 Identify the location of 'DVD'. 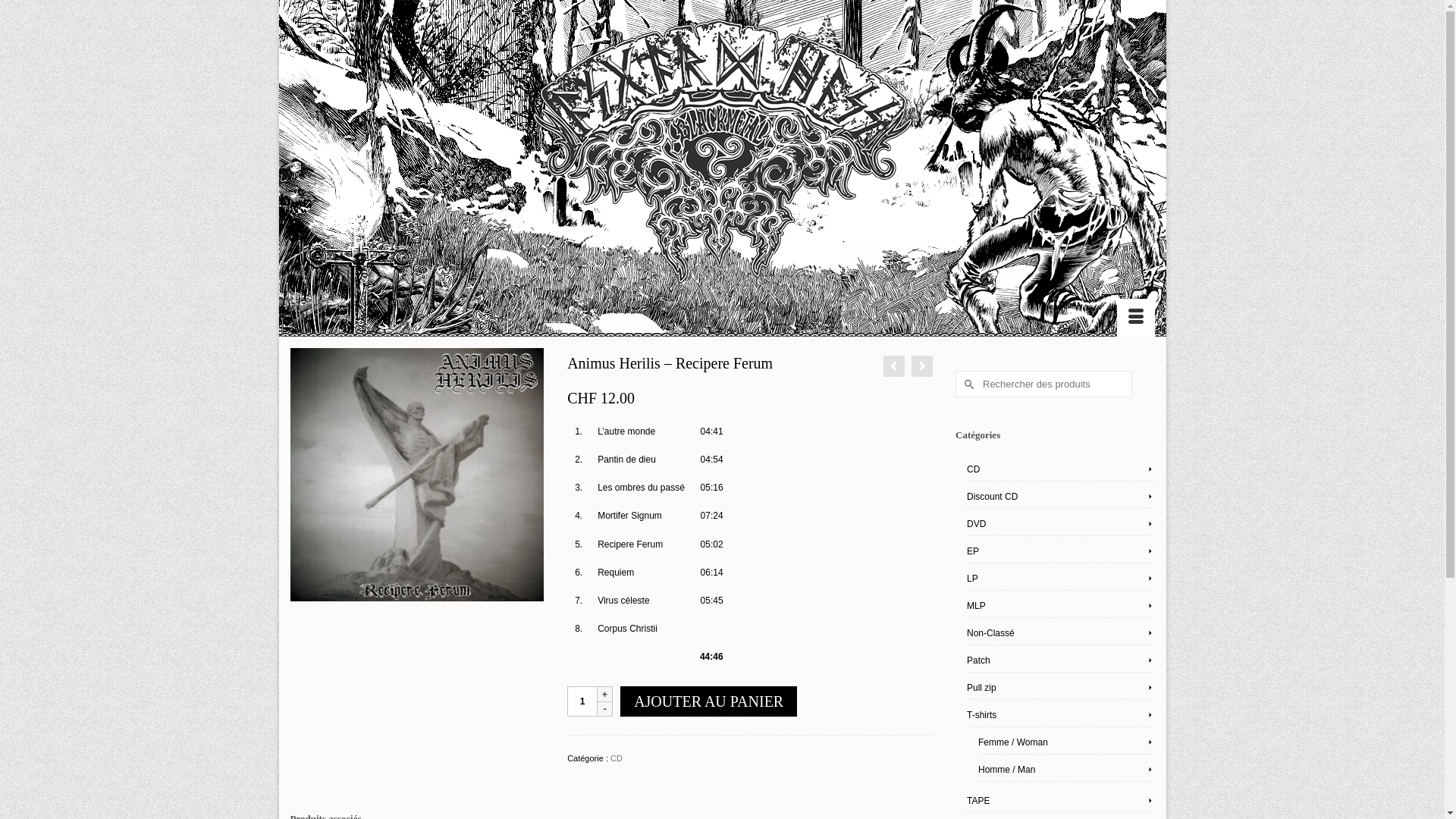
(966, 523).